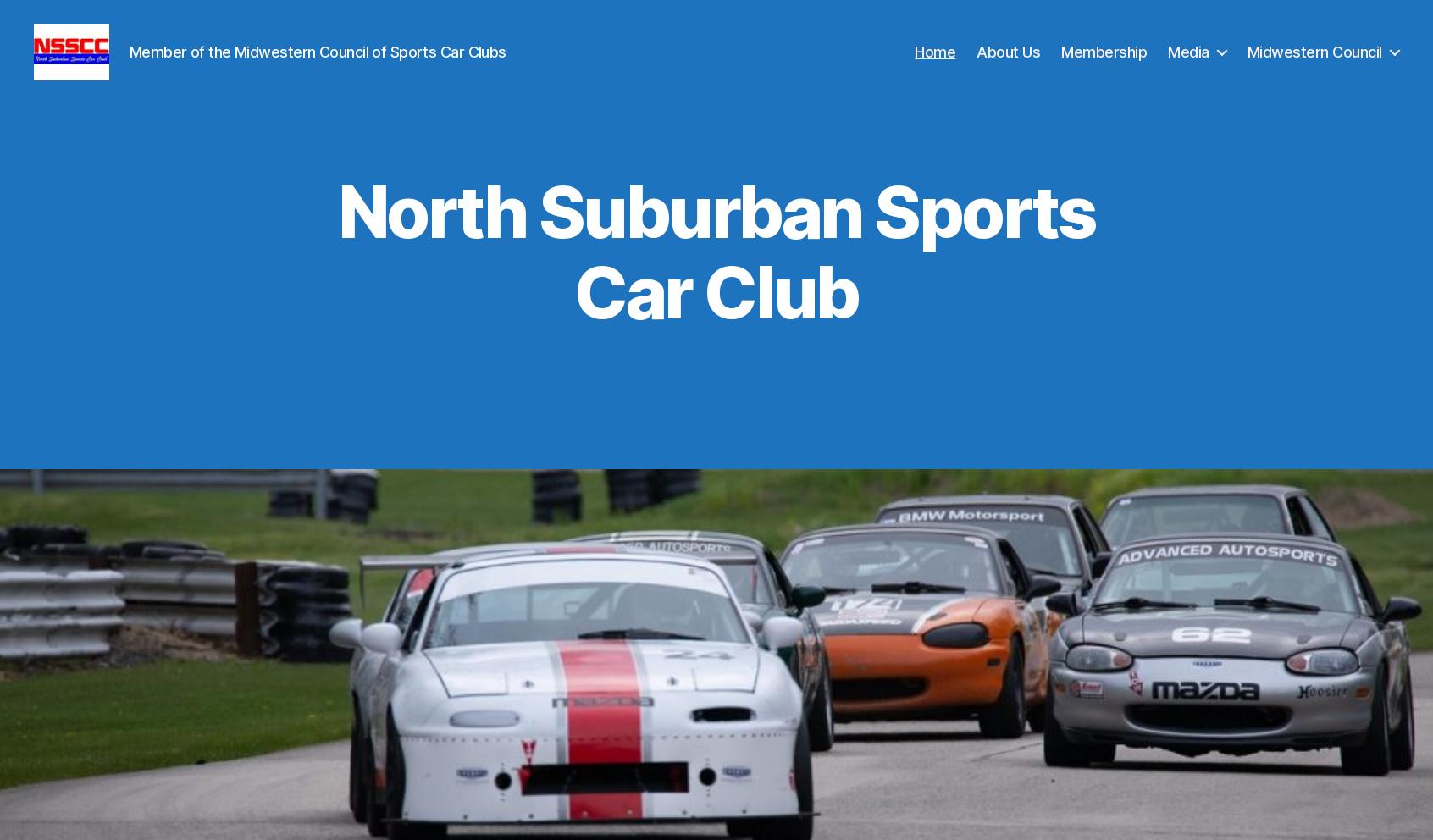 This screenshot has height=840, width=1433. Describe the element at coordinates (712, 441) in the screenshot. I see `'Established in 1959, NSSCC is a welcoming group of dedicated VOLUNTEER enthusiasts active in Wheel-to-Wheel Sprint and Endurance Club Racing, High Performance Driver Education (HPDE), & High Speed Autocross (HSAX). We are proud members of the Midwestern Council of Sports Car Clubs on a mission to provide members with a friendly environment to enjoy & promote racing.'` at that location.